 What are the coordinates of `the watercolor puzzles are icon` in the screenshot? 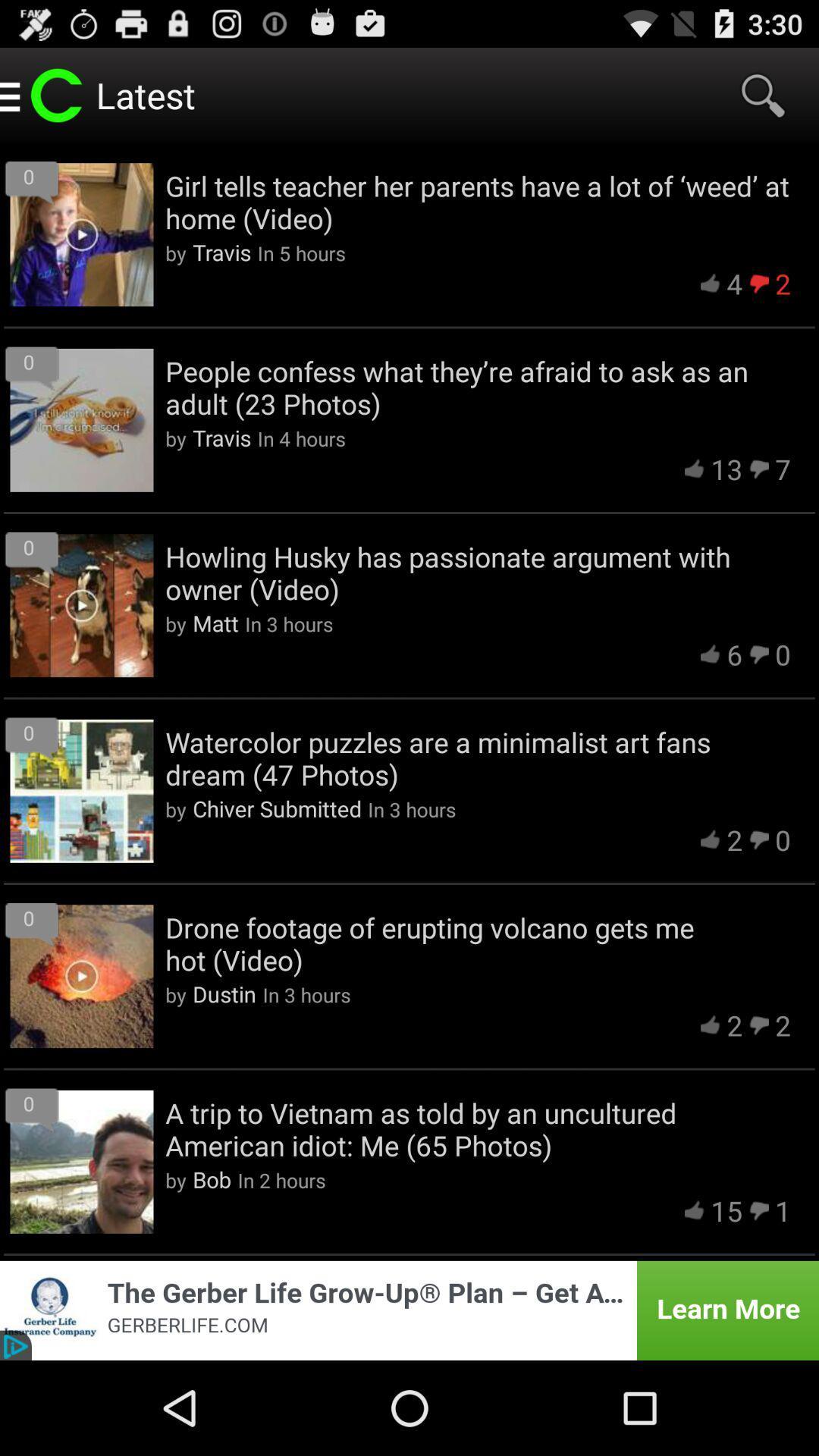 It's located at (478, 758).